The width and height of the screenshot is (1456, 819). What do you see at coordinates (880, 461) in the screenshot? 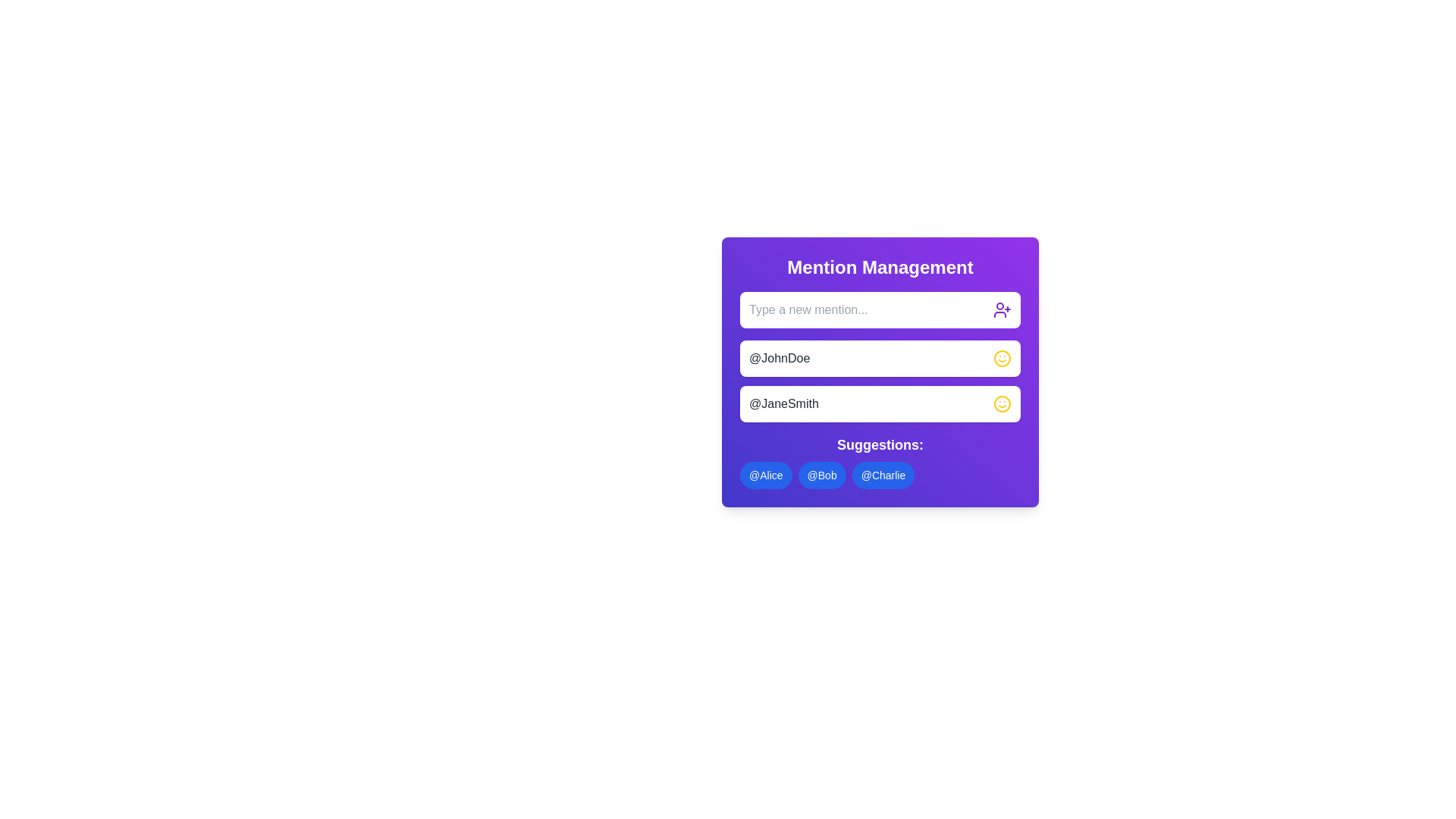
I see `the suggestion button labeled '@Charlie' located within the 'Mention Management' card` at bounding box center [880, 461].